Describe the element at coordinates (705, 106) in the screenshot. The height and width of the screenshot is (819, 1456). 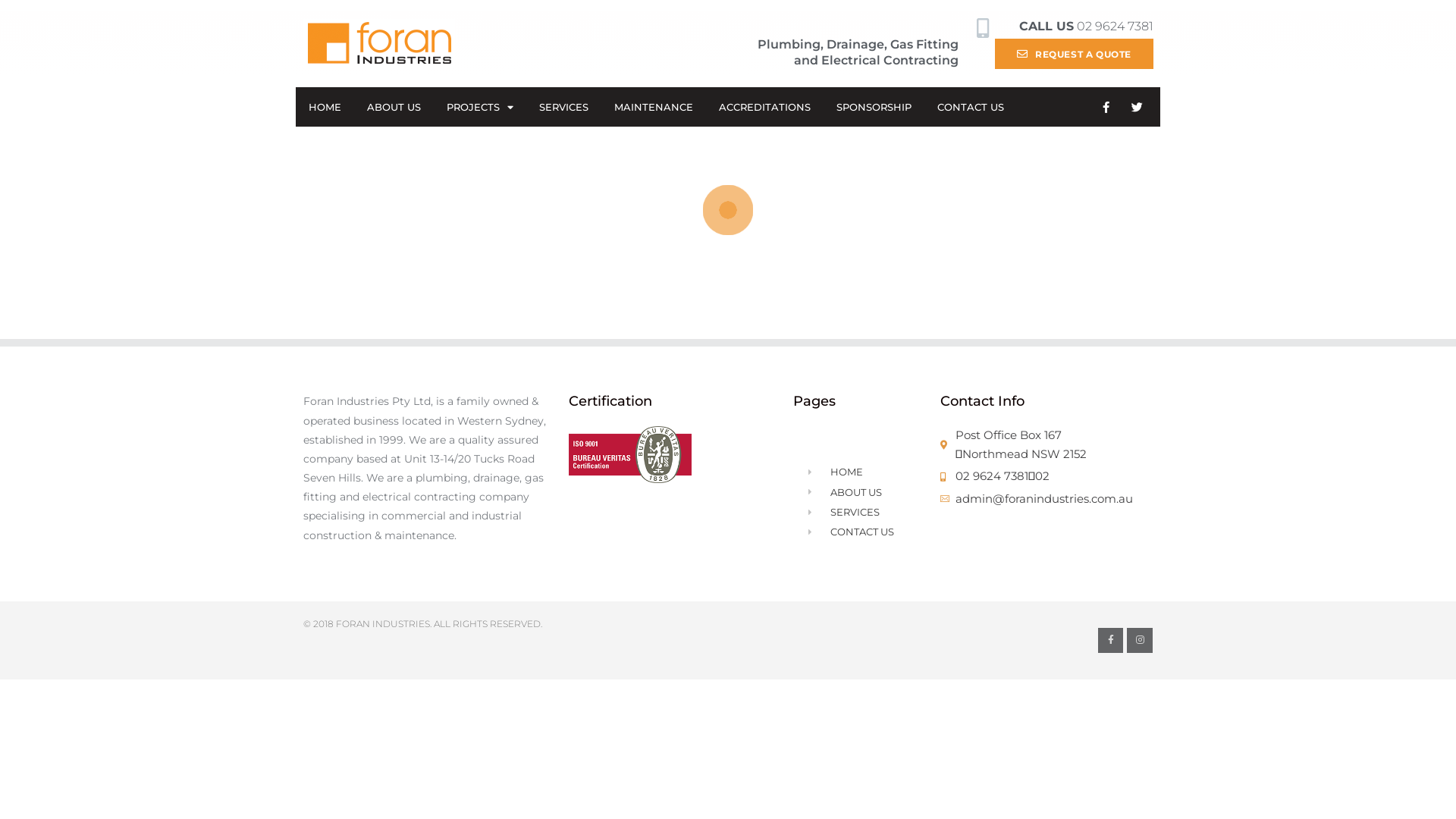
I see `'ACCREDITATIONS'` at that location.